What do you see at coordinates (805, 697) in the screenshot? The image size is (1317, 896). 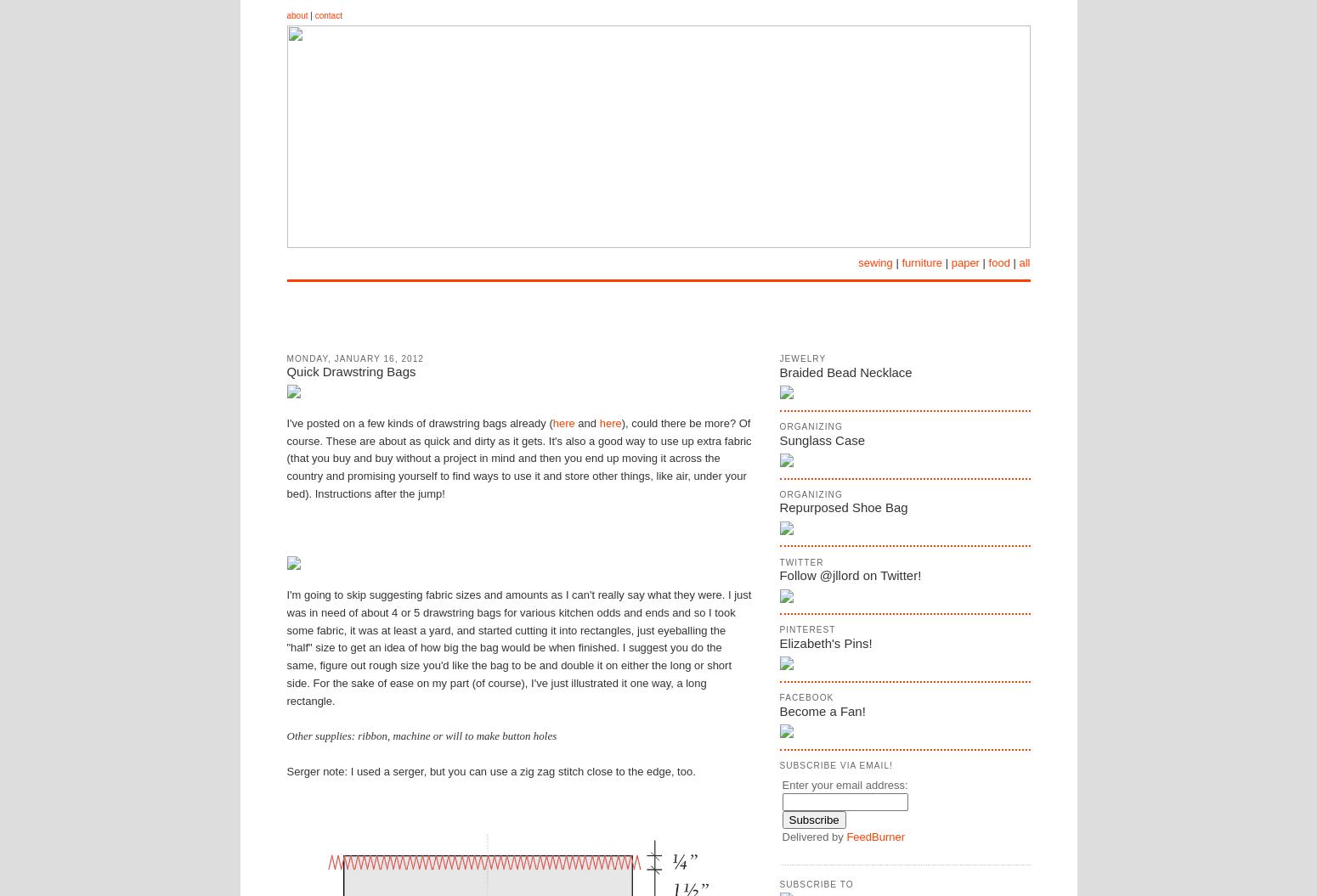 I see `'Facebook'` at bounding box center [805, 697].